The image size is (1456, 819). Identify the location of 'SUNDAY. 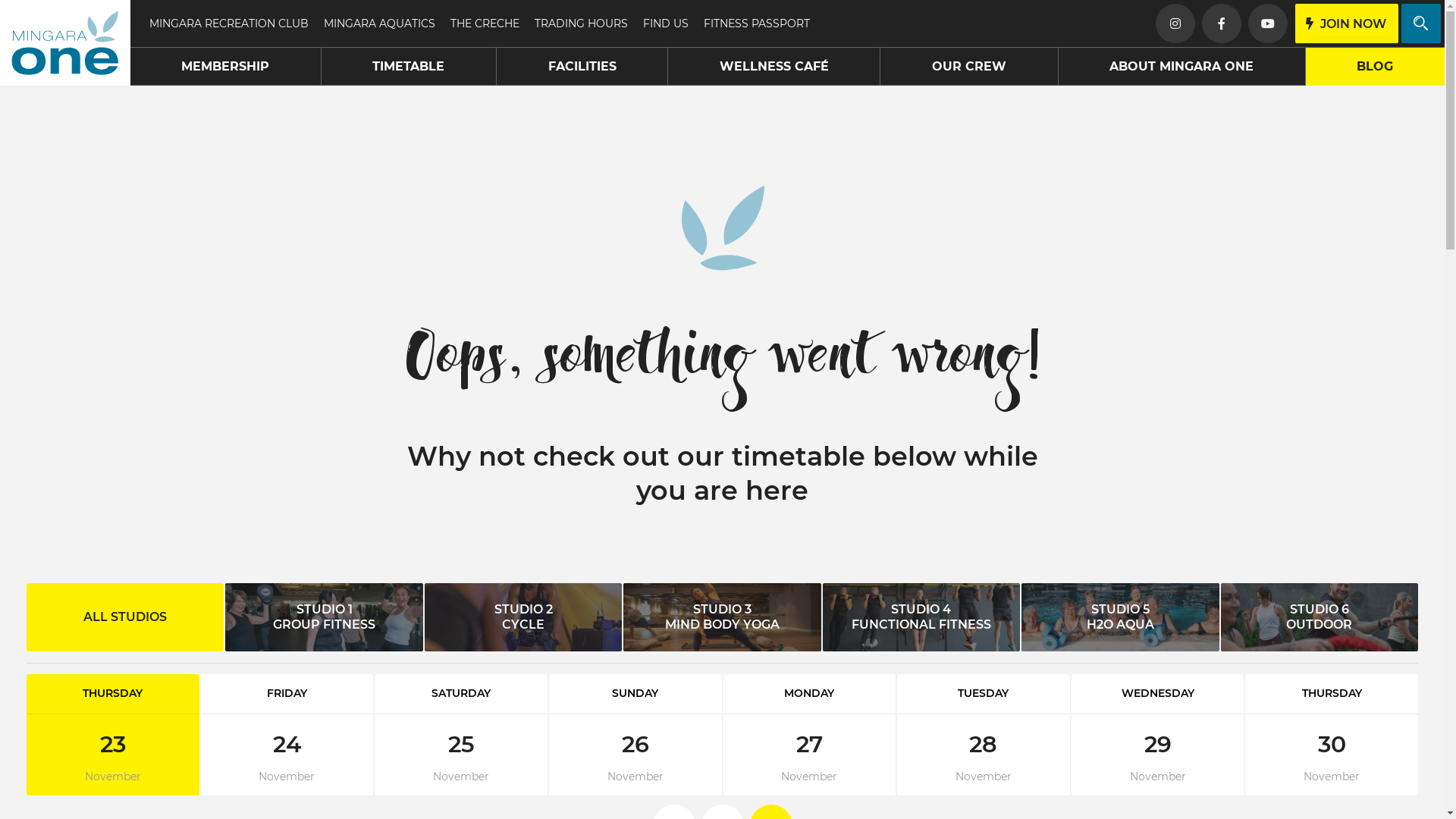
(635, 733).